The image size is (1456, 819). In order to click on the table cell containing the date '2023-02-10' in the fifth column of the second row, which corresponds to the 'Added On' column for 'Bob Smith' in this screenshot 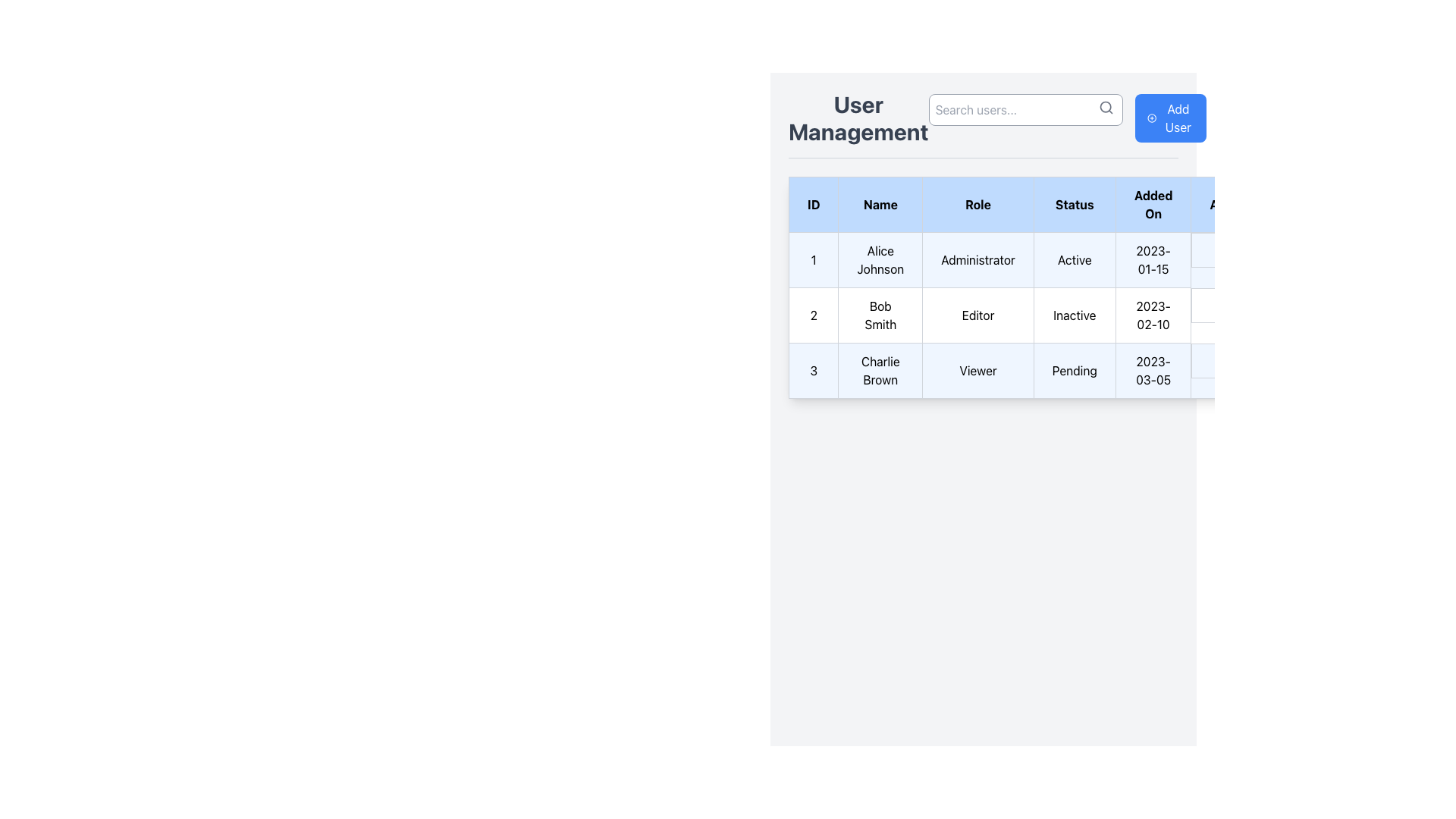, I will do `click(1153, 315)`.